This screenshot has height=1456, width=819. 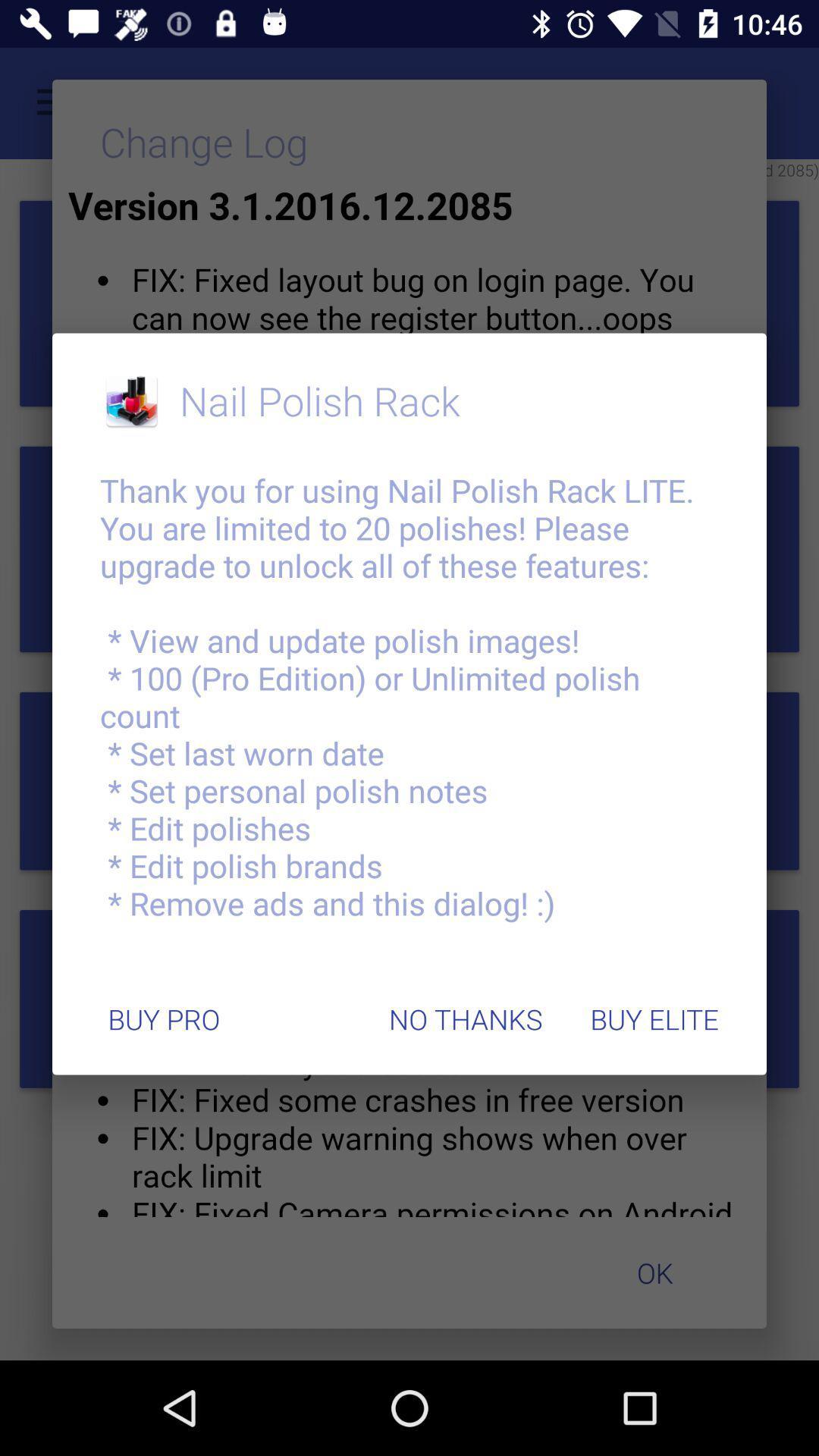 I want to click on the buy pro icon, so click(x=164, y=1019).